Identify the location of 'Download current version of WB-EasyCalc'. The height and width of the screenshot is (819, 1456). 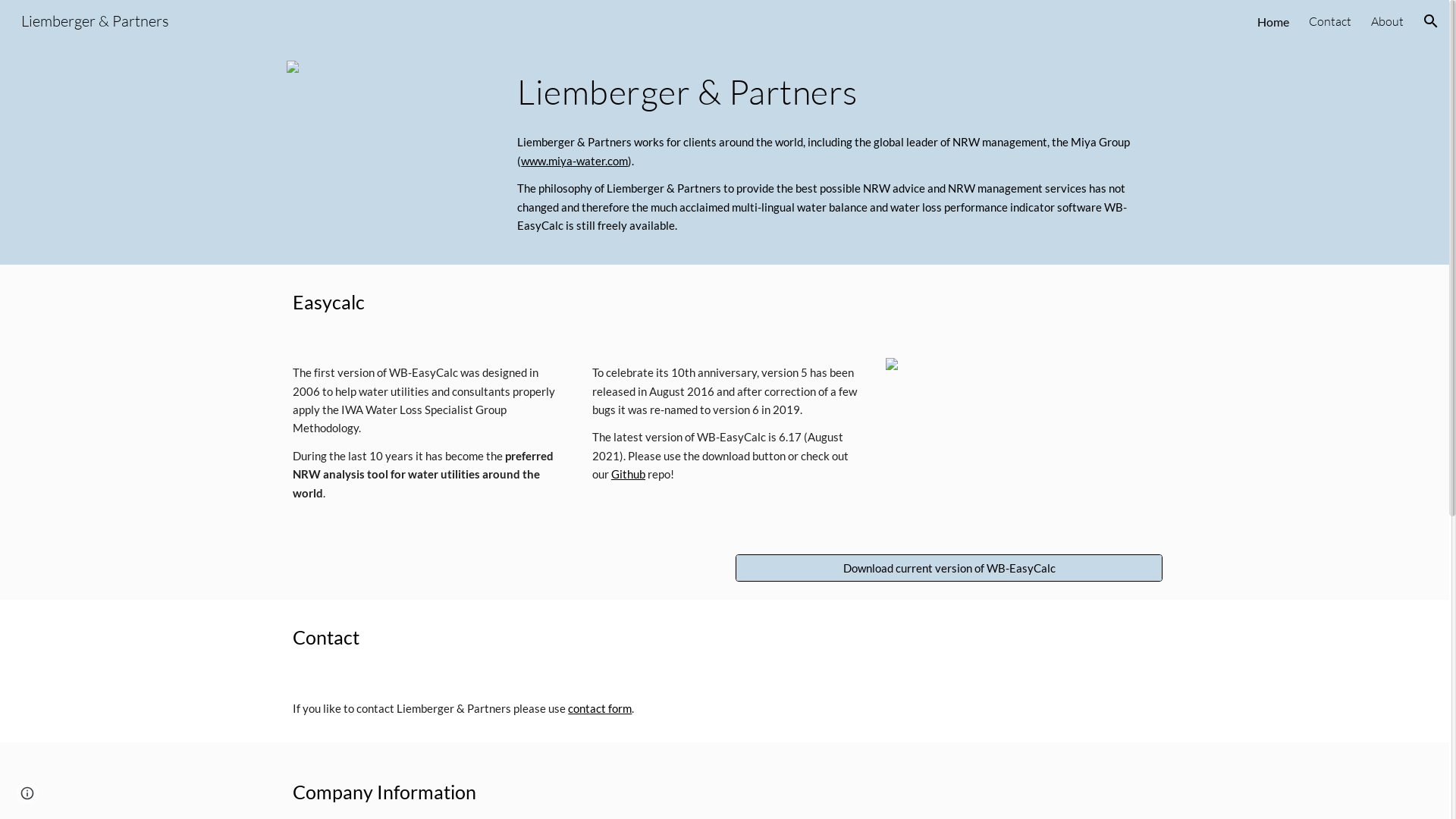
(948, 567).